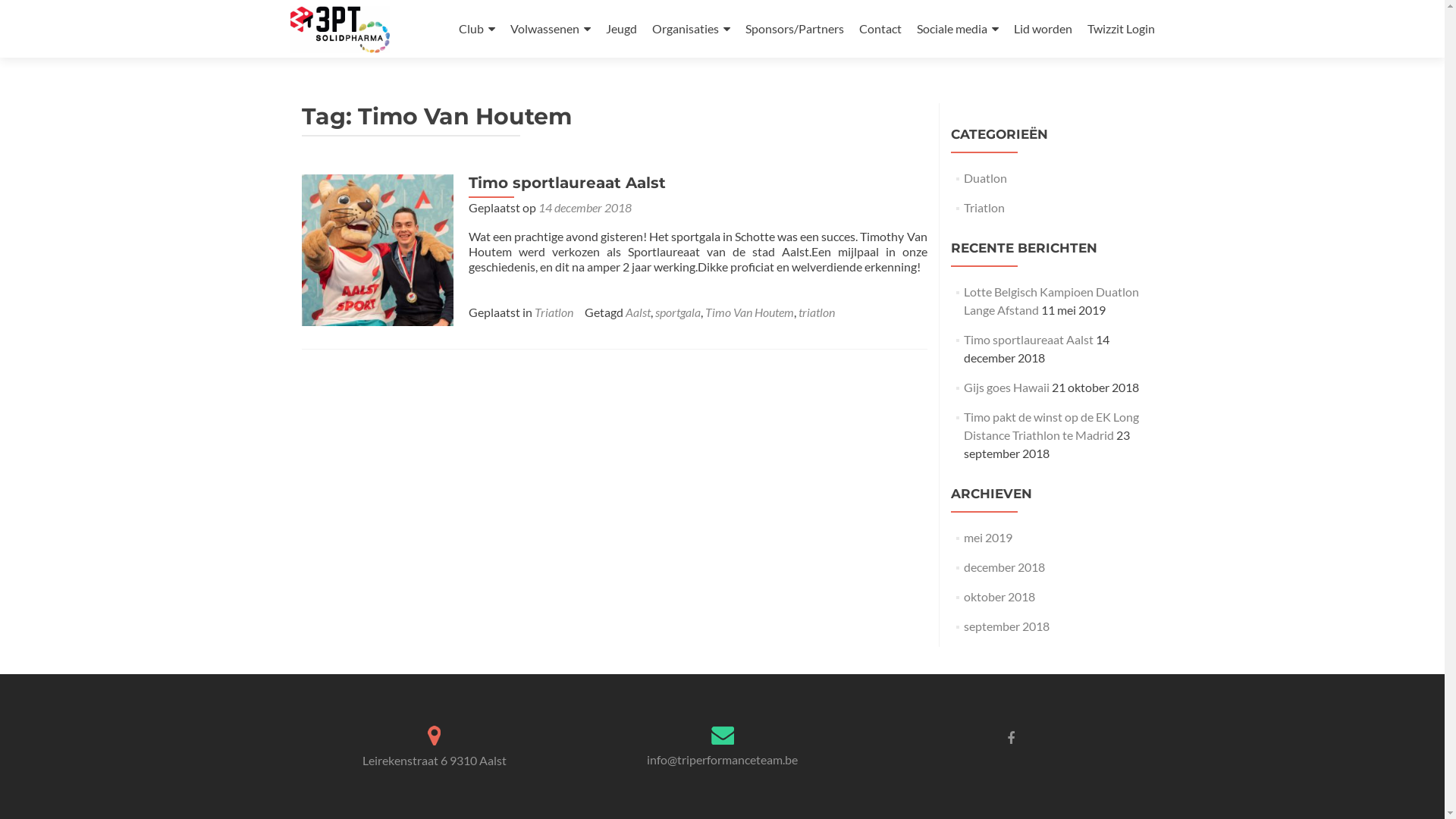  I want to click on 'september 2018', so click(1006, 626).